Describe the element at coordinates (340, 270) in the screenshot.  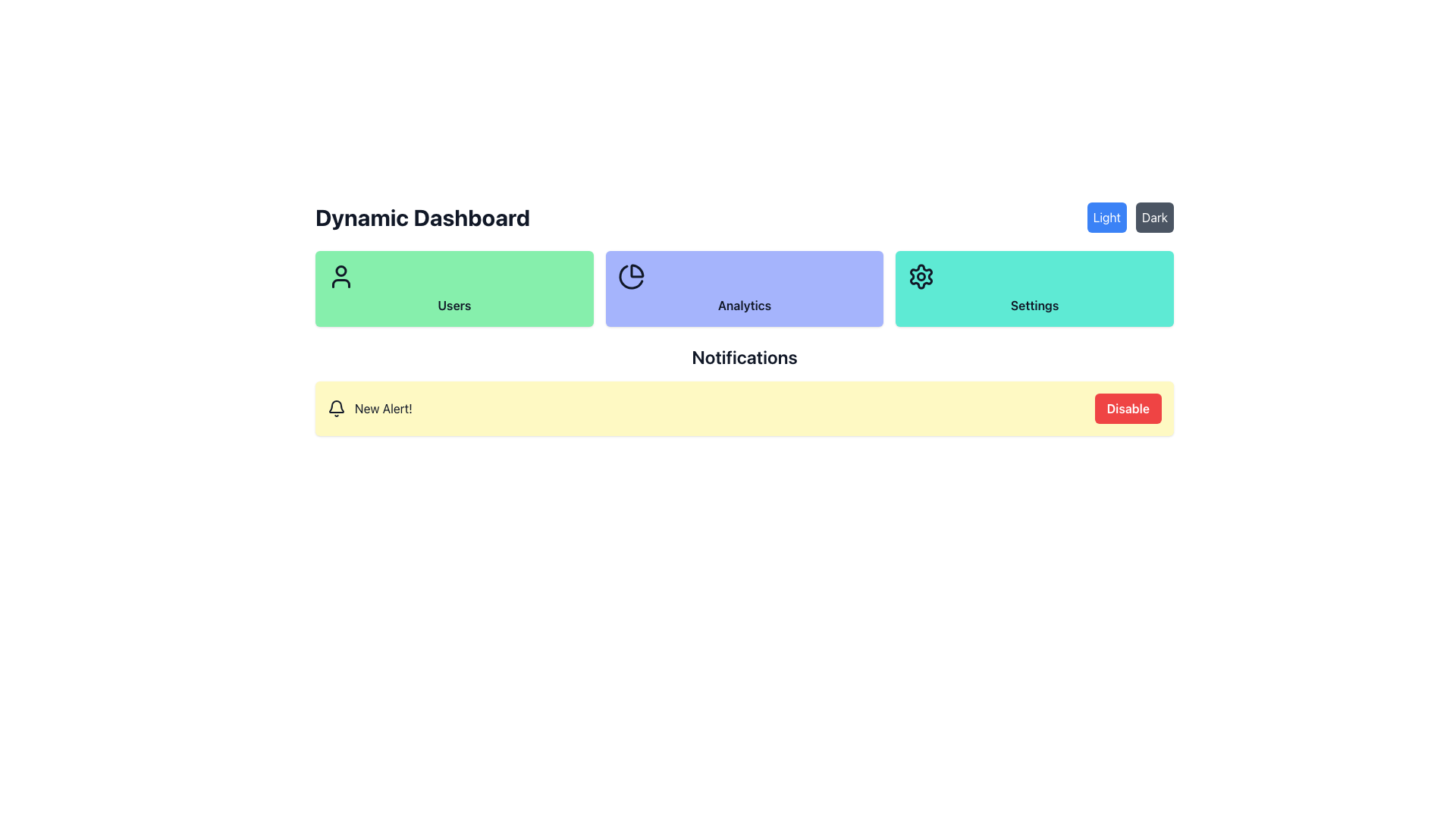
I see `the circular head of the user icon located at the top-left corner of the 'Users' green rectangle on the dashboard` at that location.